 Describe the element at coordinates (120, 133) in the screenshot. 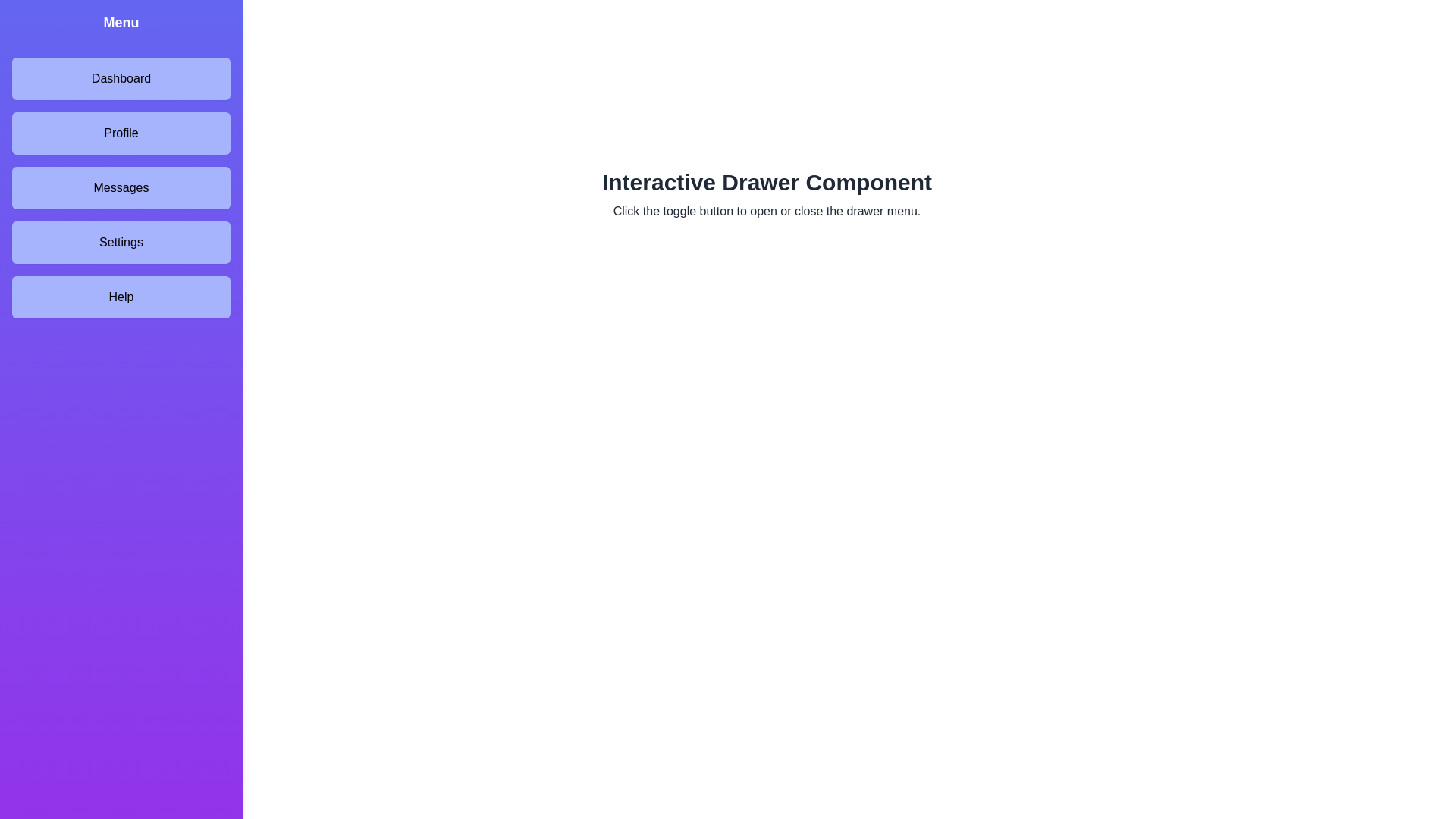

I see `the menu item labeled Profile by clicking on it` at that location.